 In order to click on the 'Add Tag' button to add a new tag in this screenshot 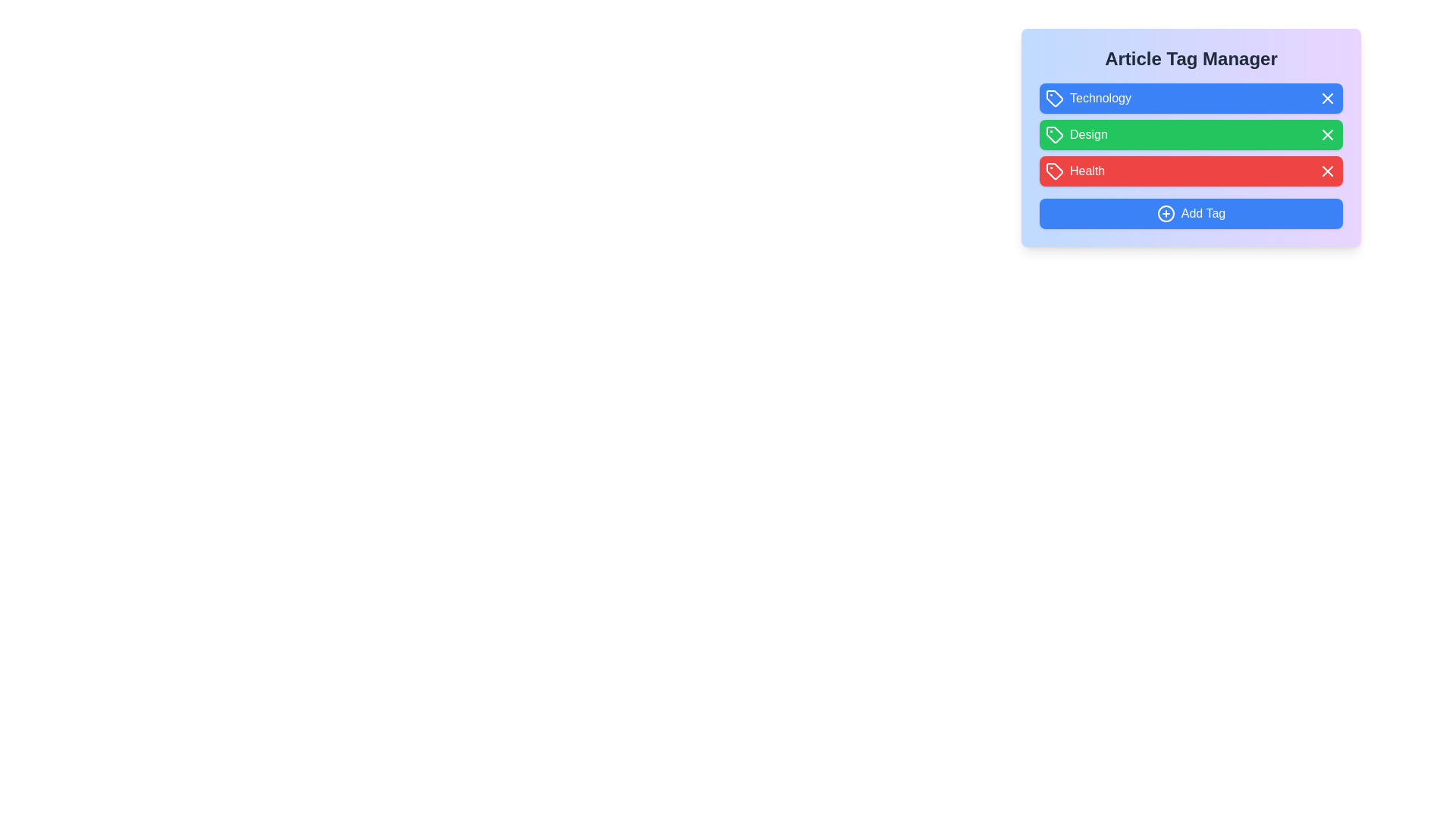, I will do `click(1190, 213)`.